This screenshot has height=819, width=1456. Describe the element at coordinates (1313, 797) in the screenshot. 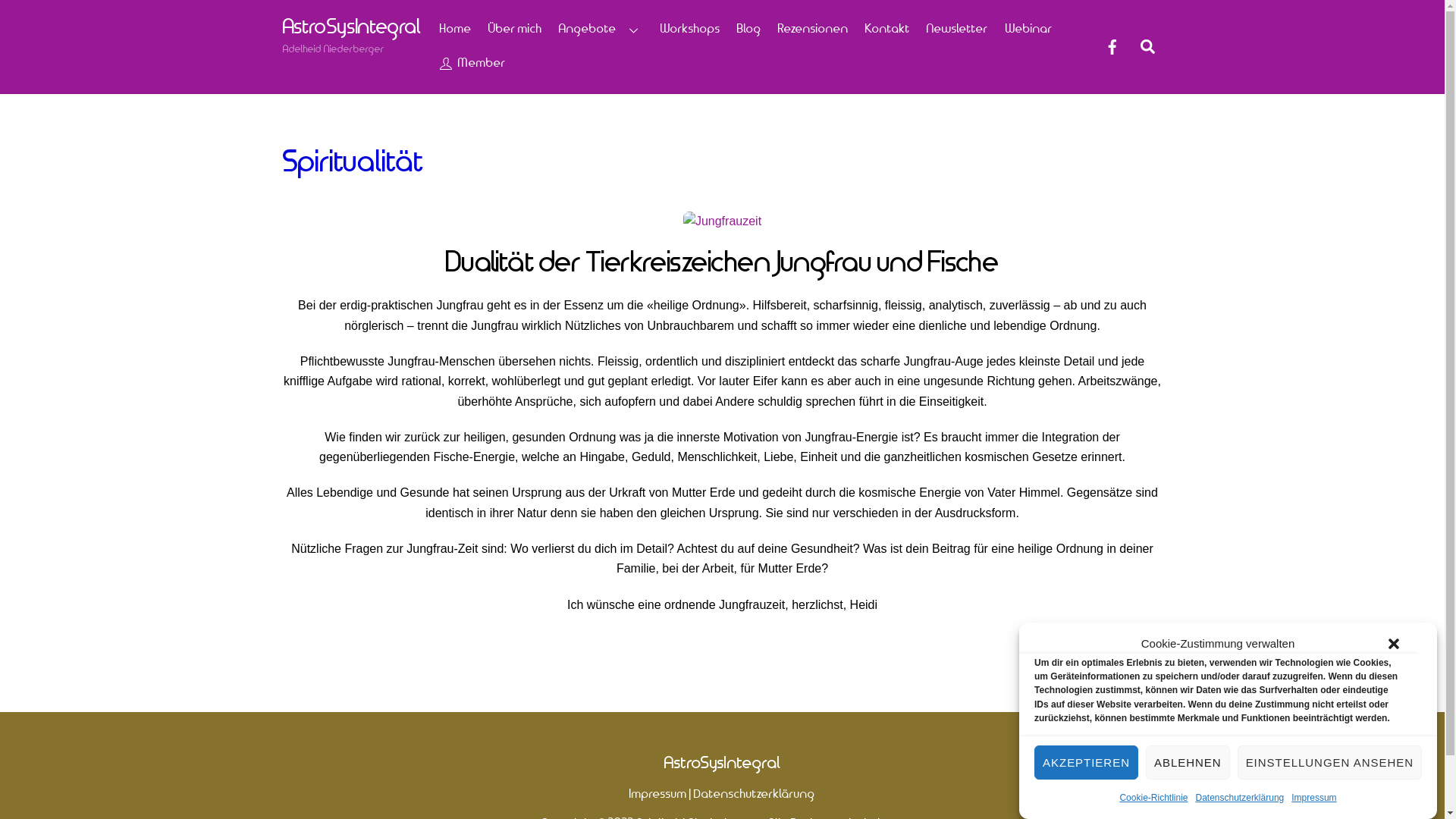

I see `'Impressum'` at that location.